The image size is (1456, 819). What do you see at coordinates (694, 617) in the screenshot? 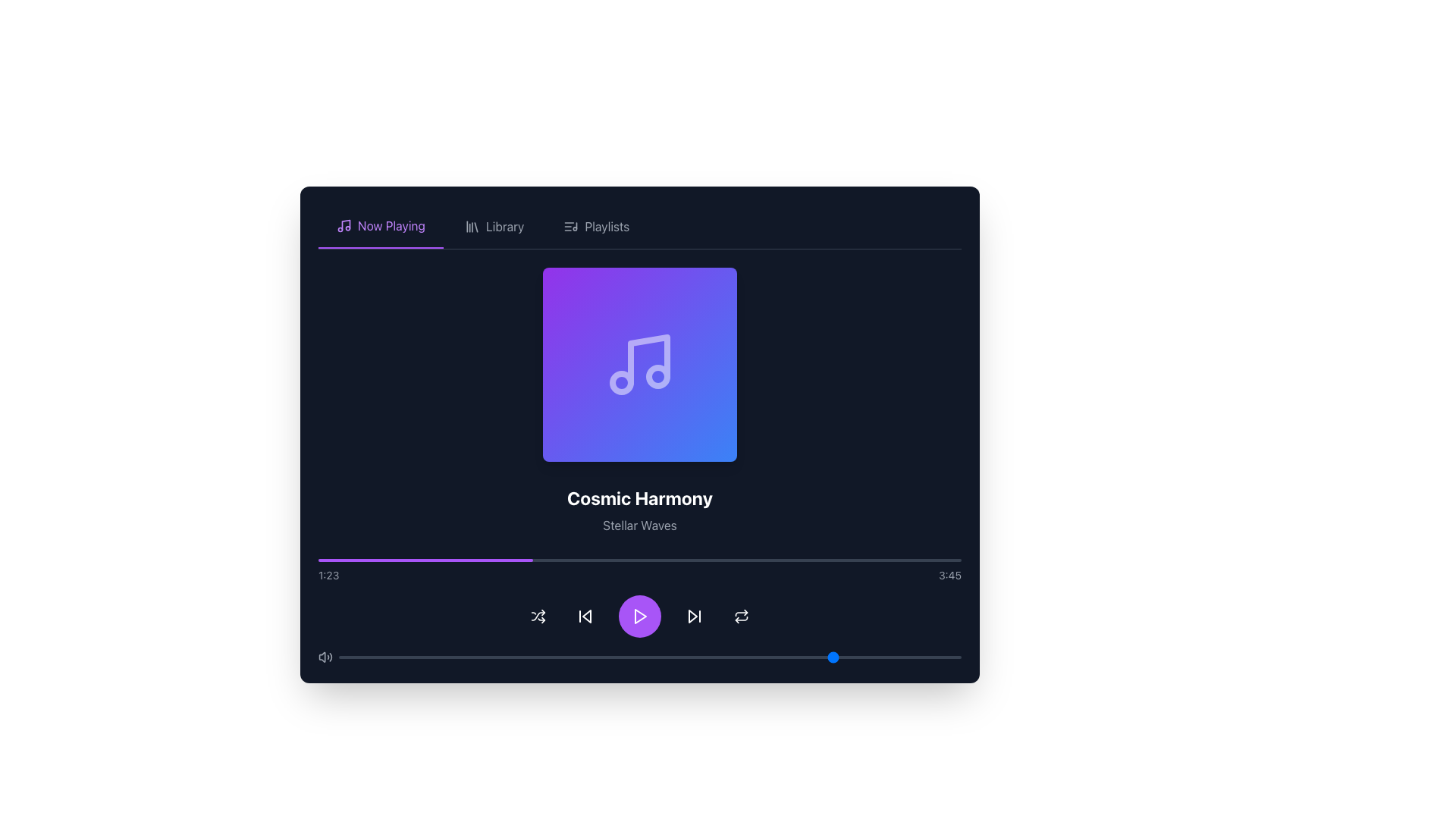
I see `the forward skip button, which is an icon styled button with a triangle shape pointing right, located` at bounding box center [694, 617].